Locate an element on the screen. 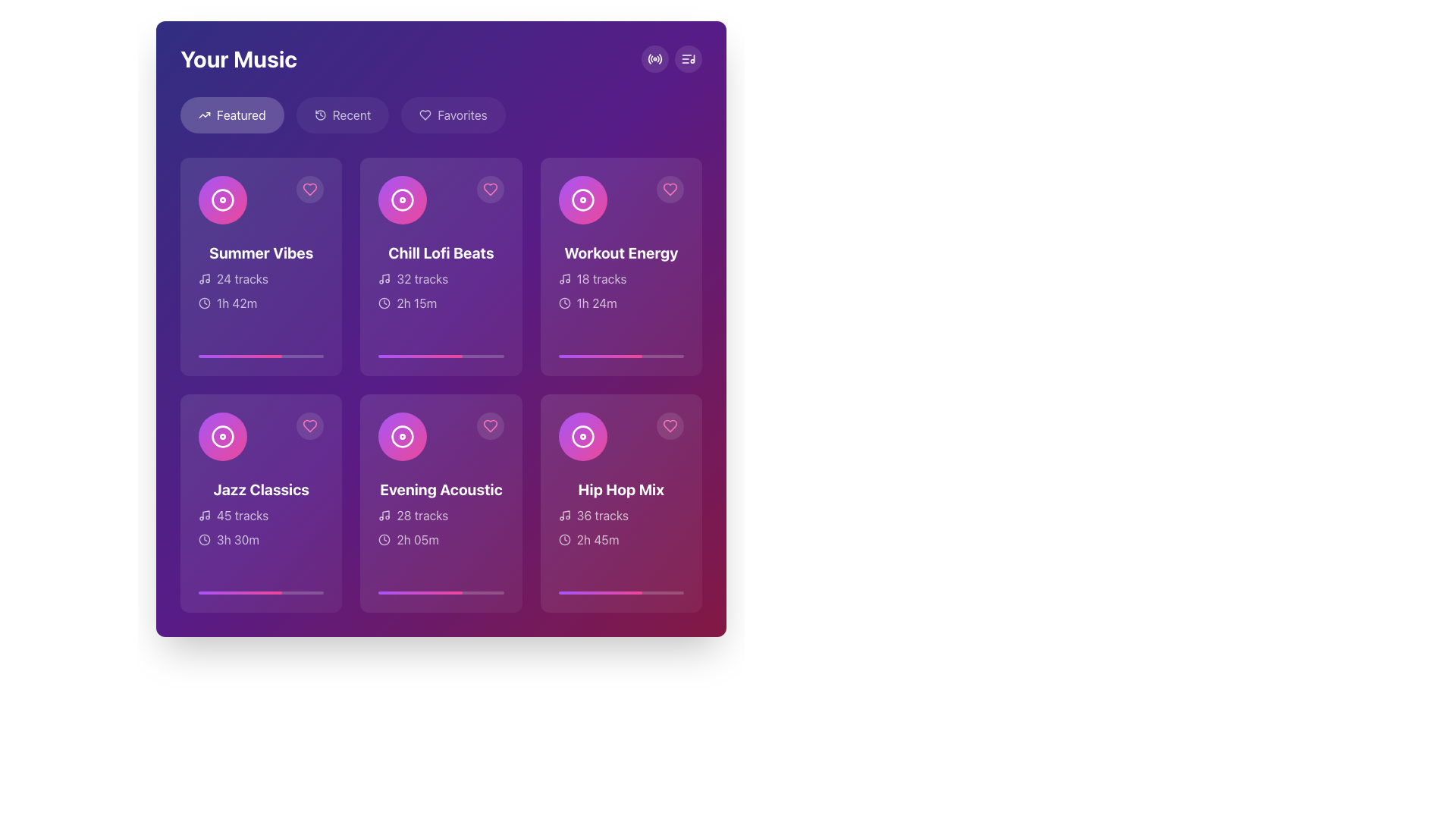 The width and height of the screenshot is (1456, 819). the icon button representing music or playlists located near the top-right corner of the interface is located at coordinates (687, 58).